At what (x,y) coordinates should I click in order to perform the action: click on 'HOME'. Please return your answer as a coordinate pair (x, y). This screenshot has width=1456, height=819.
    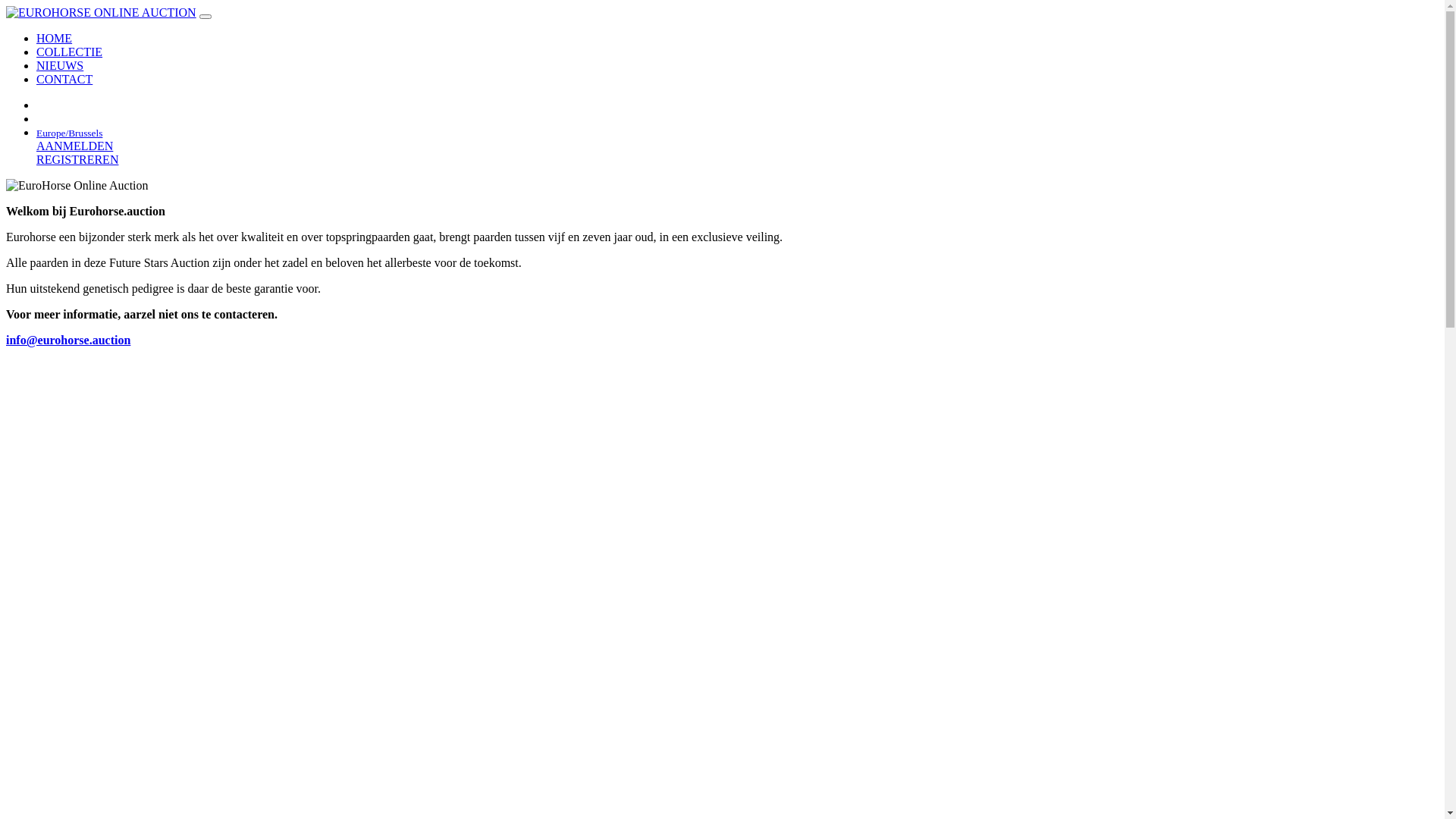
    Looking at the image, I should click on (54, 37).